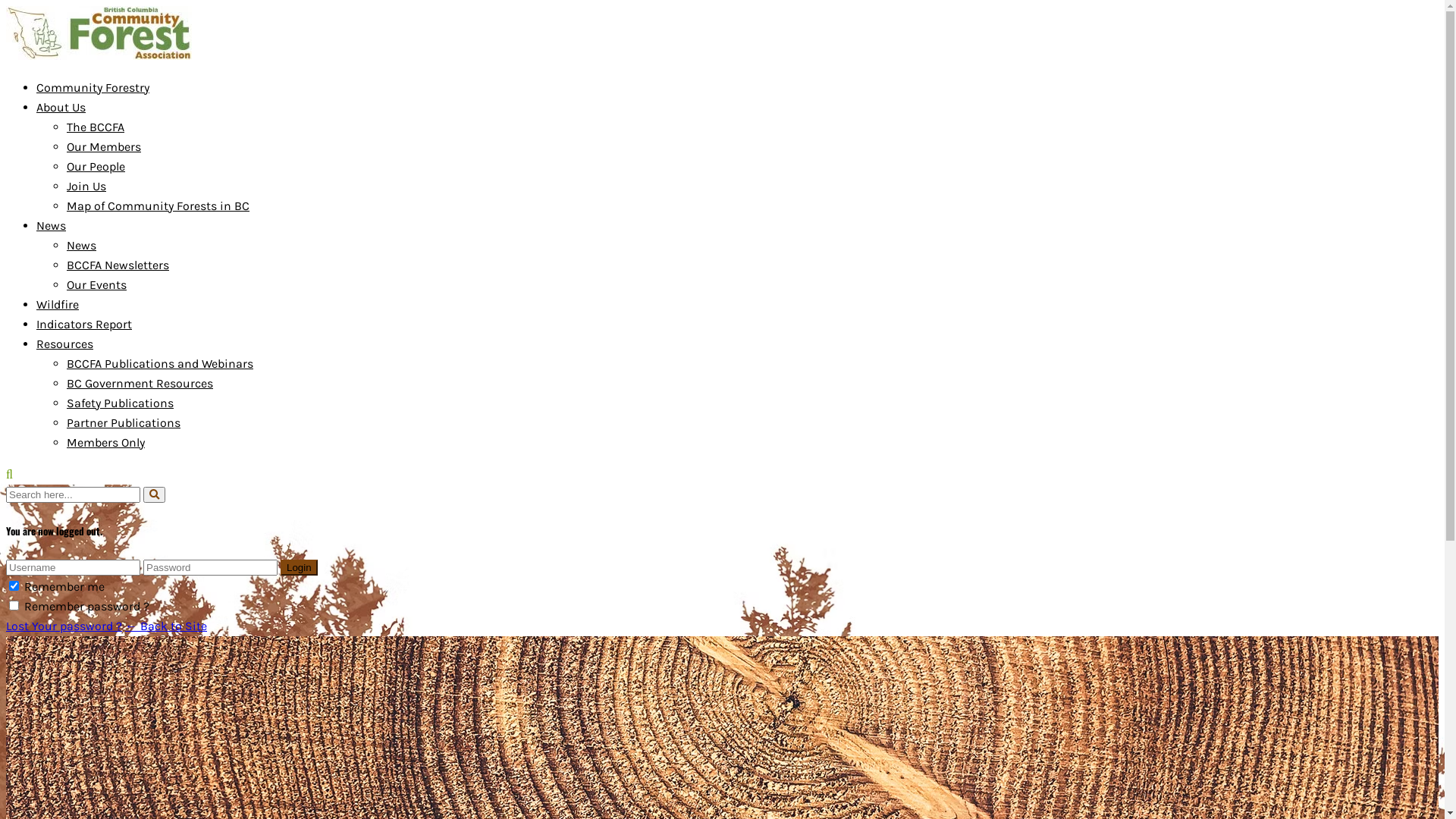 This screenshot has width=1456, height=819. What do you see at coordinates (86, 185) in the screenshot?
I see `'Join Us'` at bounding box center [86, 185].